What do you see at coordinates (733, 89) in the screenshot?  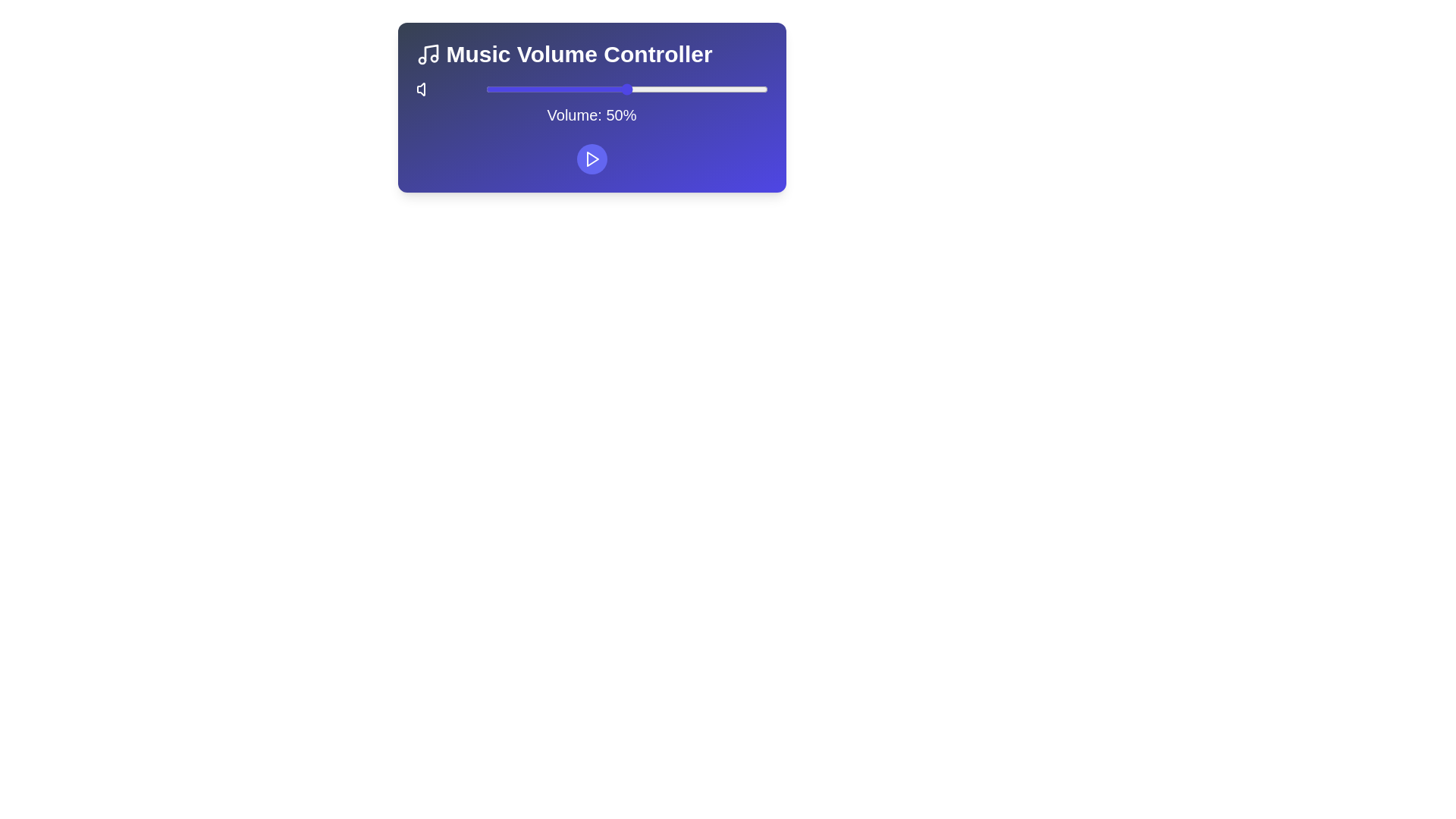 I see `the volume slider to 88%` at bounding box center [733, 89].